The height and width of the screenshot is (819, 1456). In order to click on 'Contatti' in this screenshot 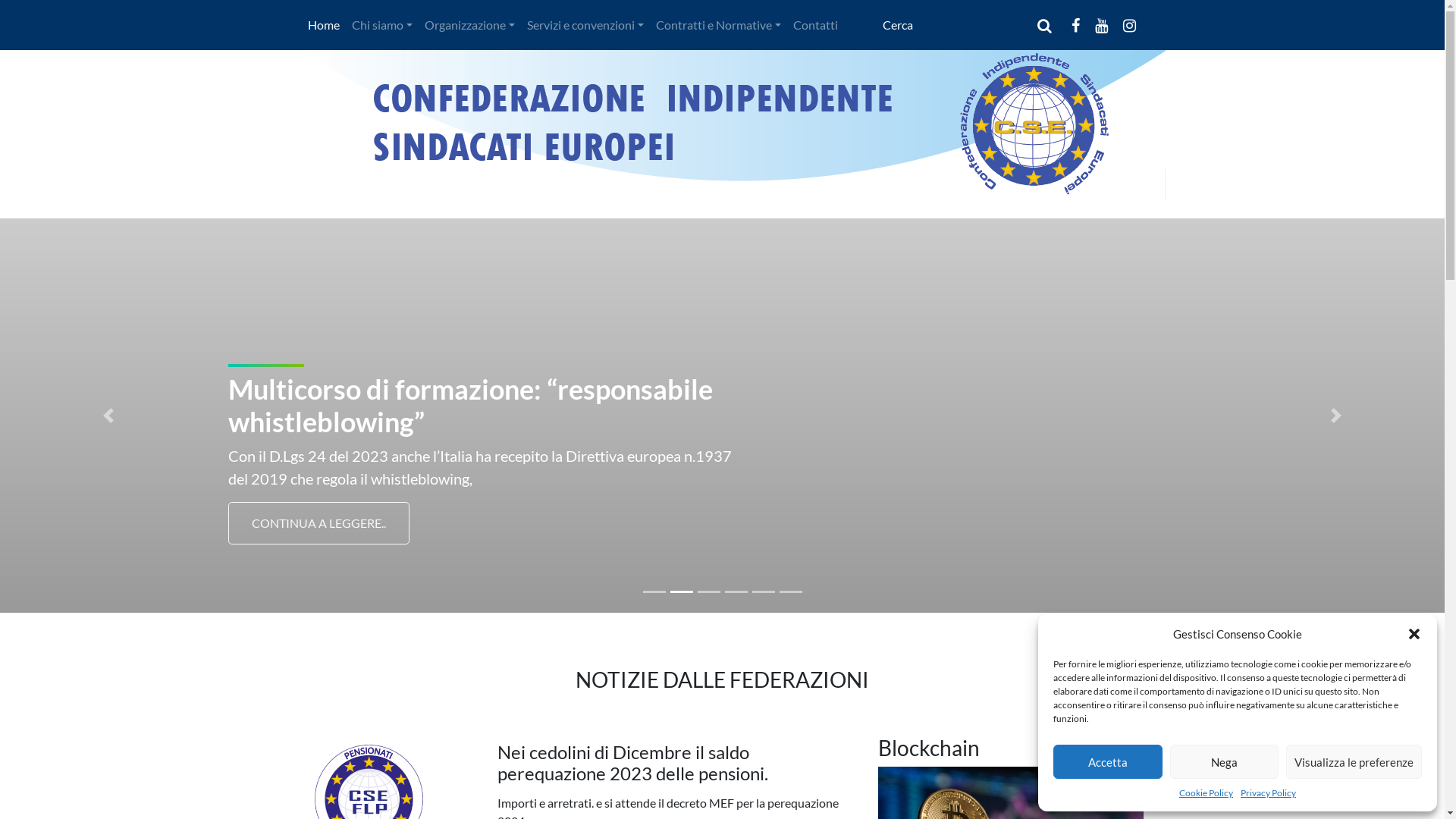, I will do `click(814, 25)`.